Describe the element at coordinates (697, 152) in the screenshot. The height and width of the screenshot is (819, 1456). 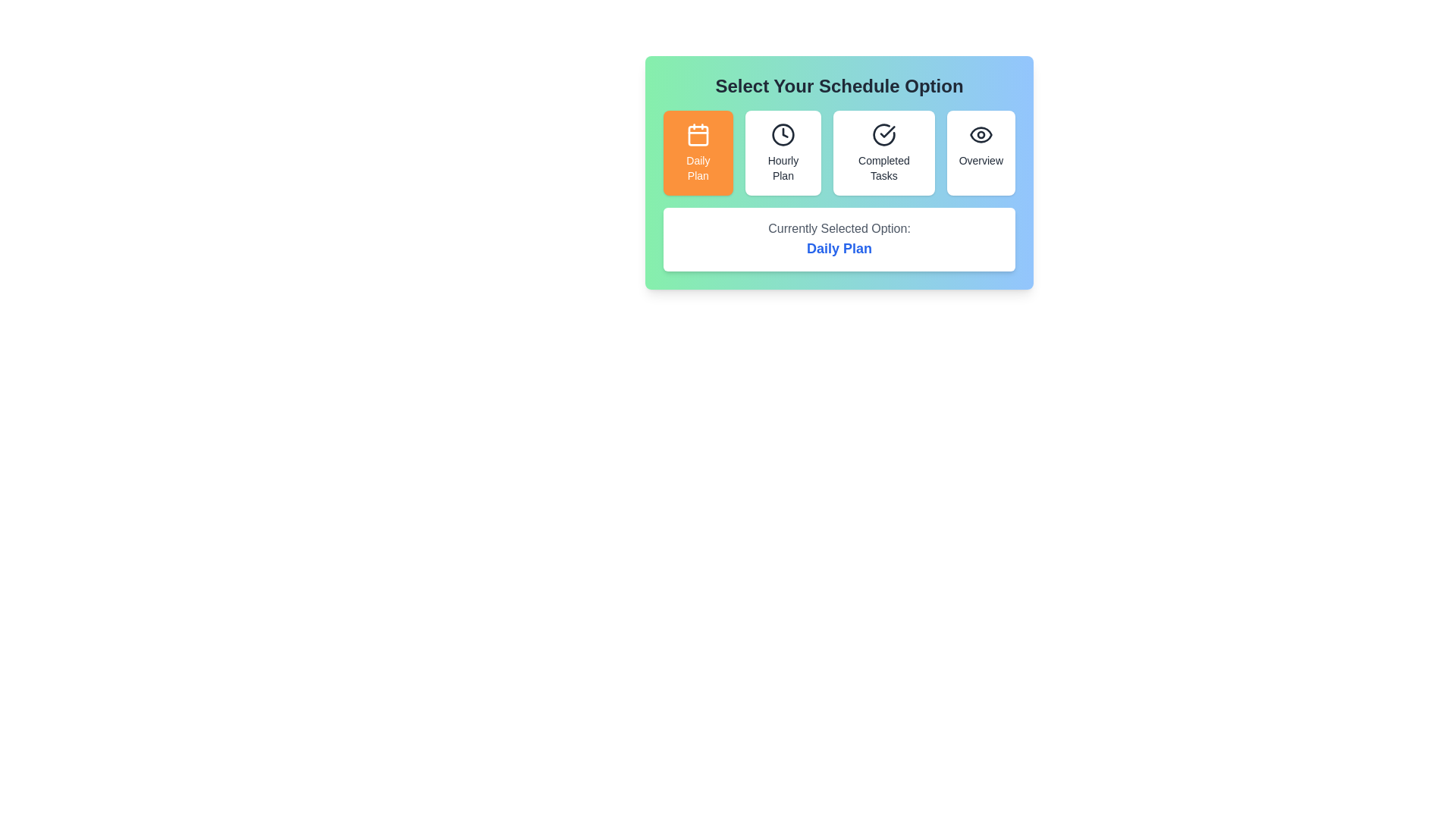
I see `the schedule option Daily Plan` at that location.